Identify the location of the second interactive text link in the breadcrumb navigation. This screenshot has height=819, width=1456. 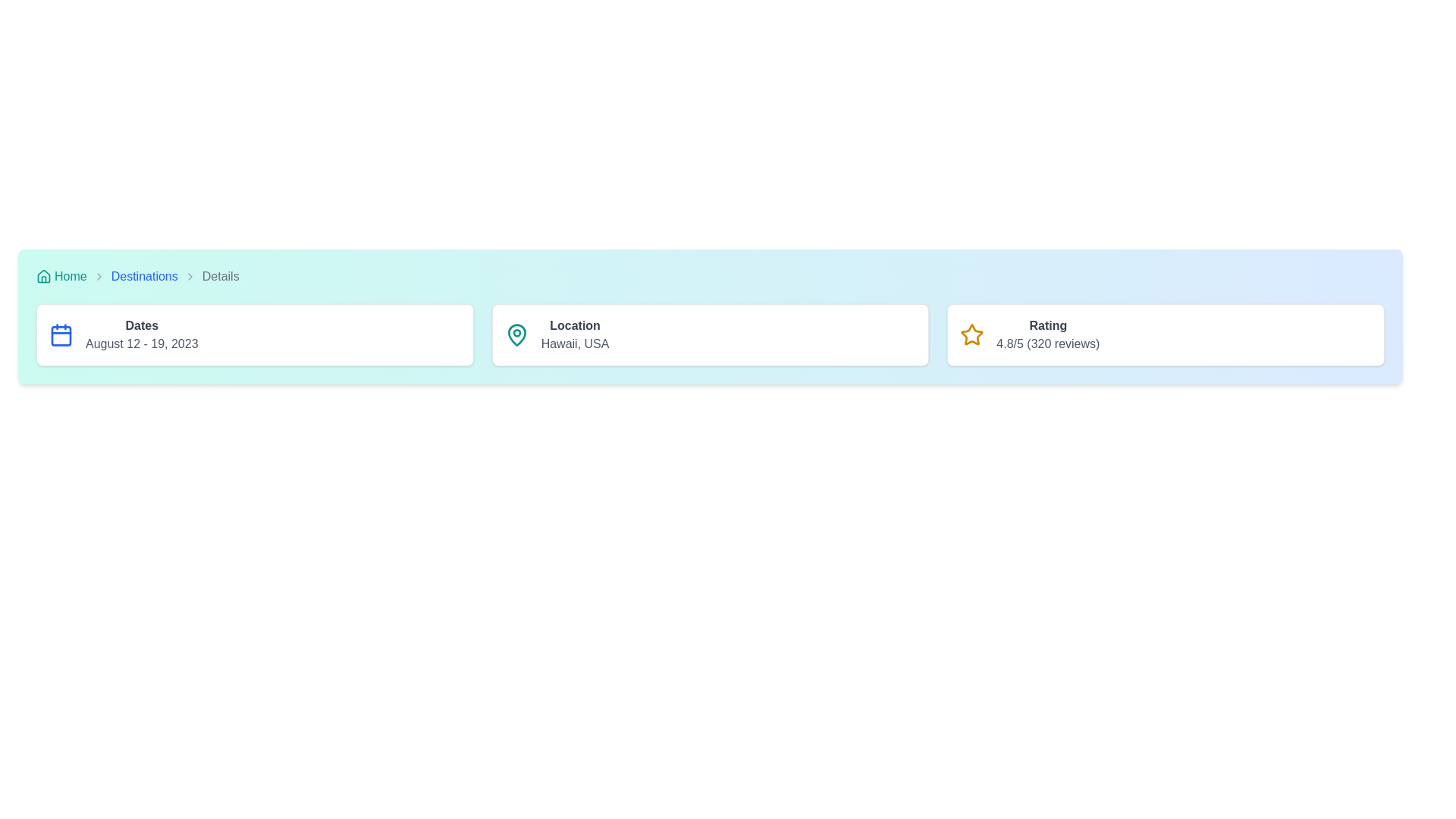
(144, 277).